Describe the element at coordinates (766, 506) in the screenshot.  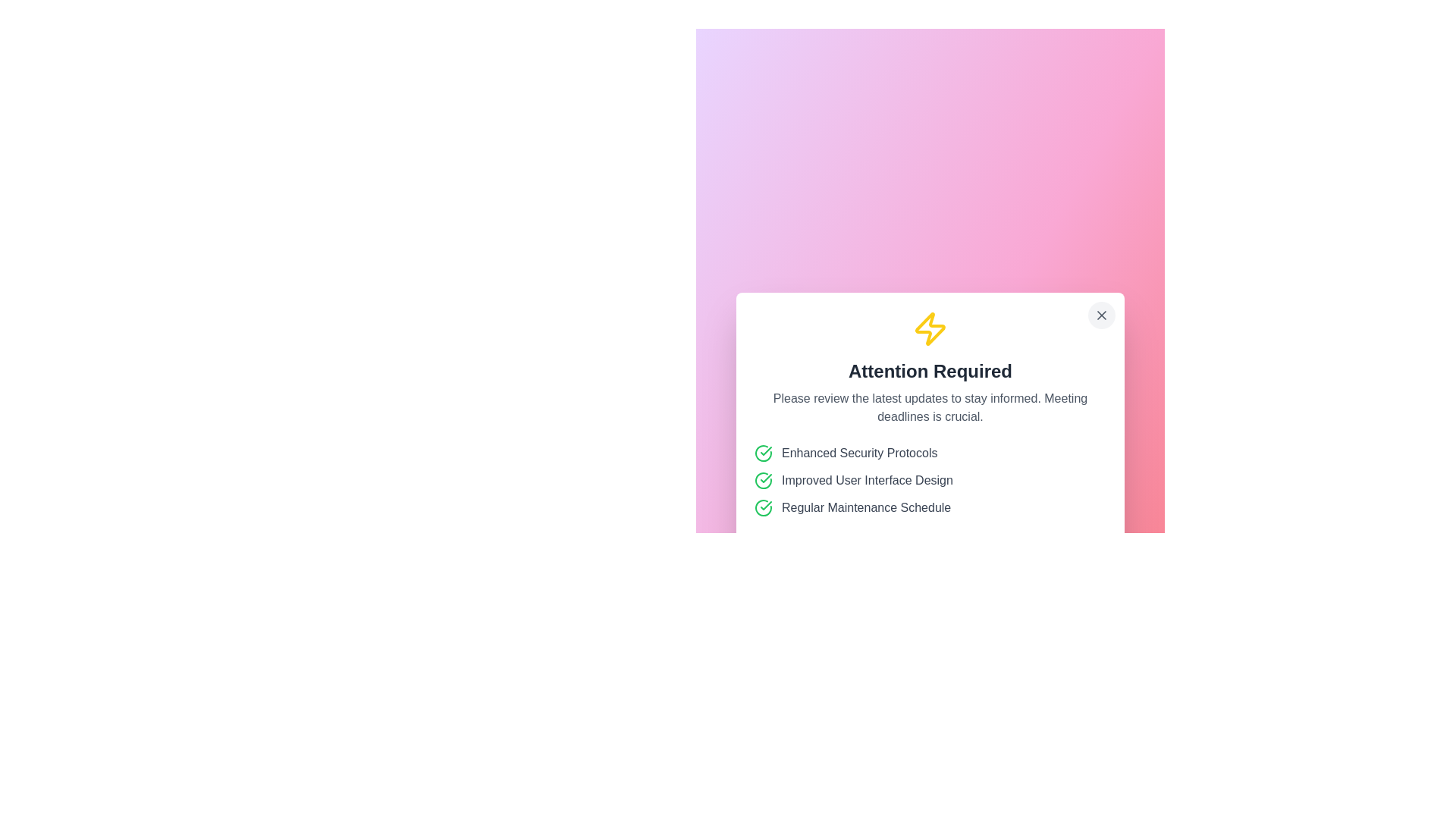
I see `the confirmation icon indicating approval for 'Enhanced Security Protocols'` at that location.